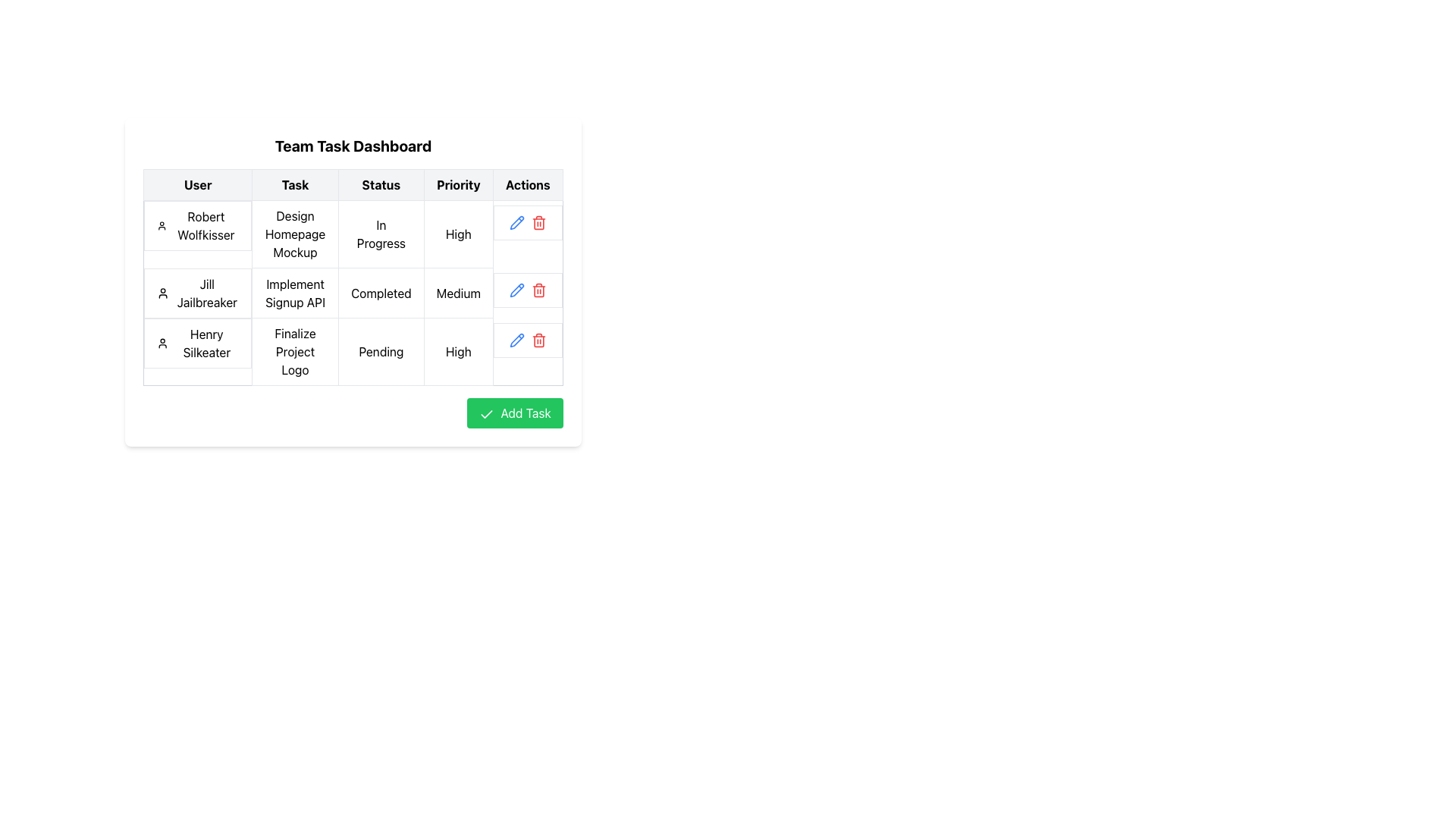  I want to click on the green checkmark icon located inside the 'Add Task' button at the bottom right of the main task dashboard interface, so click(487, 414).